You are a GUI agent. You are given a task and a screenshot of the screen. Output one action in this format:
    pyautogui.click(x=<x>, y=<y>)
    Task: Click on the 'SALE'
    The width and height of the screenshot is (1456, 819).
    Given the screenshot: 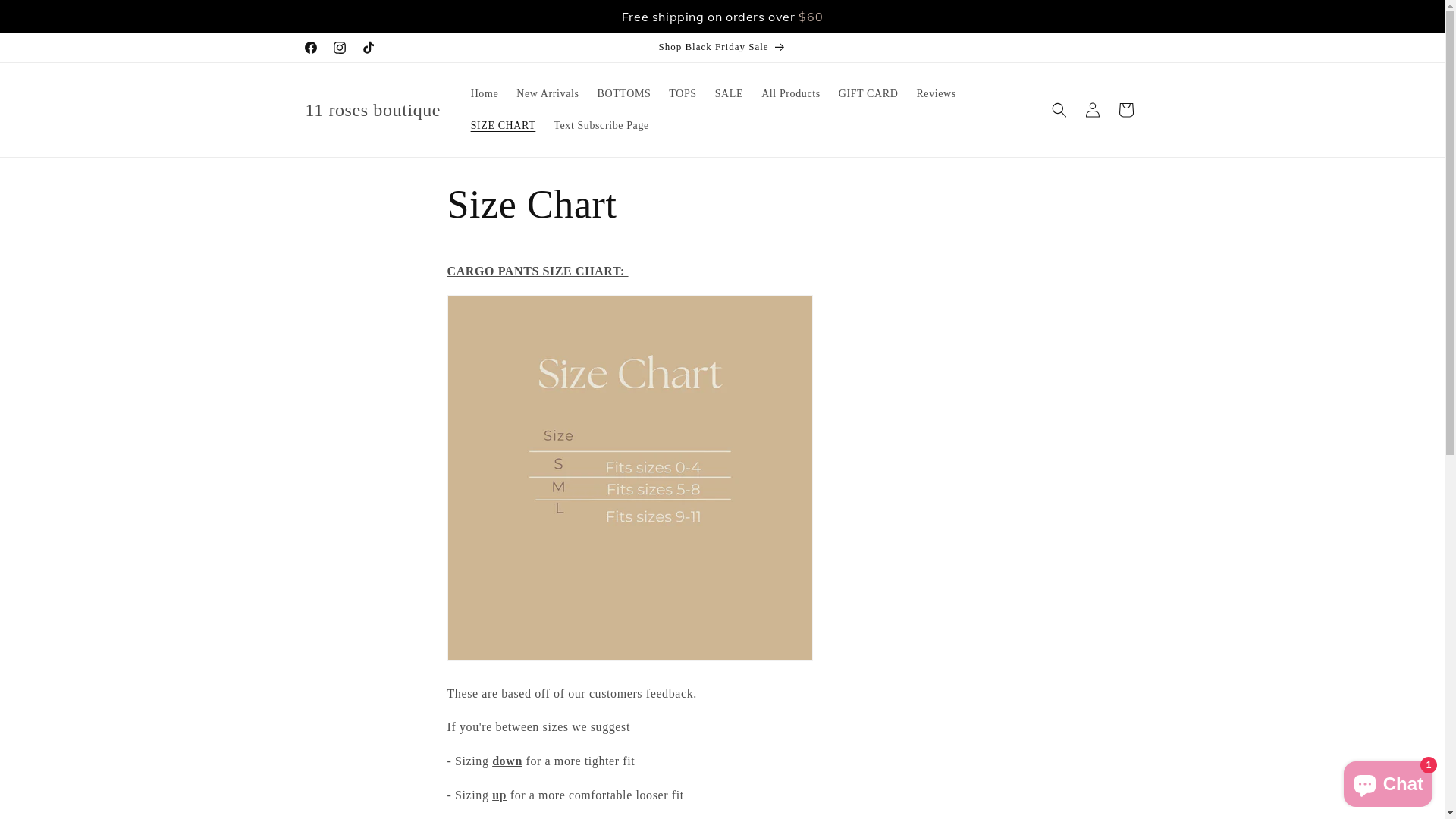 What is the action you would take?
    pyautogui.click(x=705, y=93)
    